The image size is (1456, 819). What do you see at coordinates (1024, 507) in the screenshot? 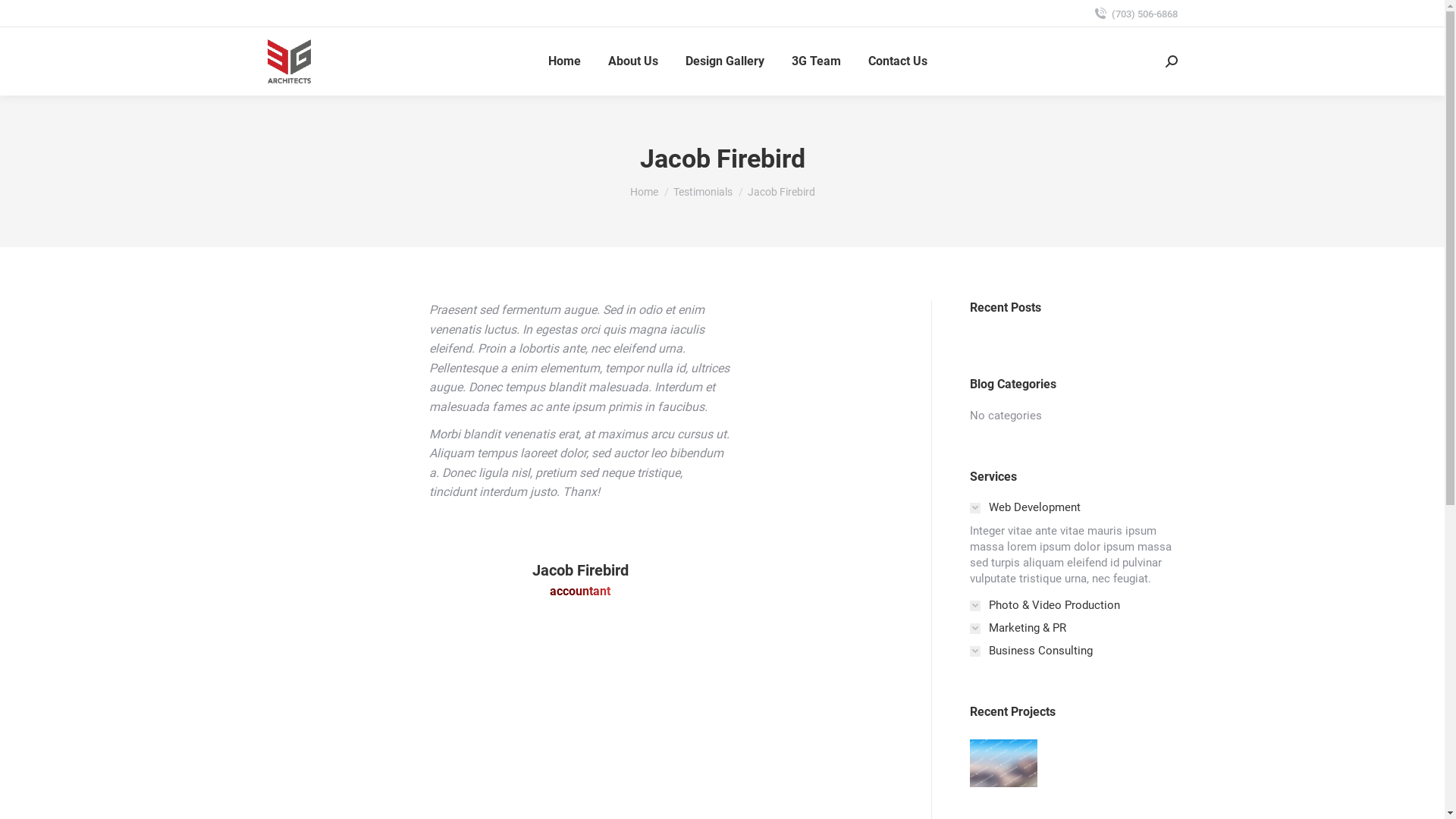
I see `'Web Development'` at bounding box center [1024, 507].